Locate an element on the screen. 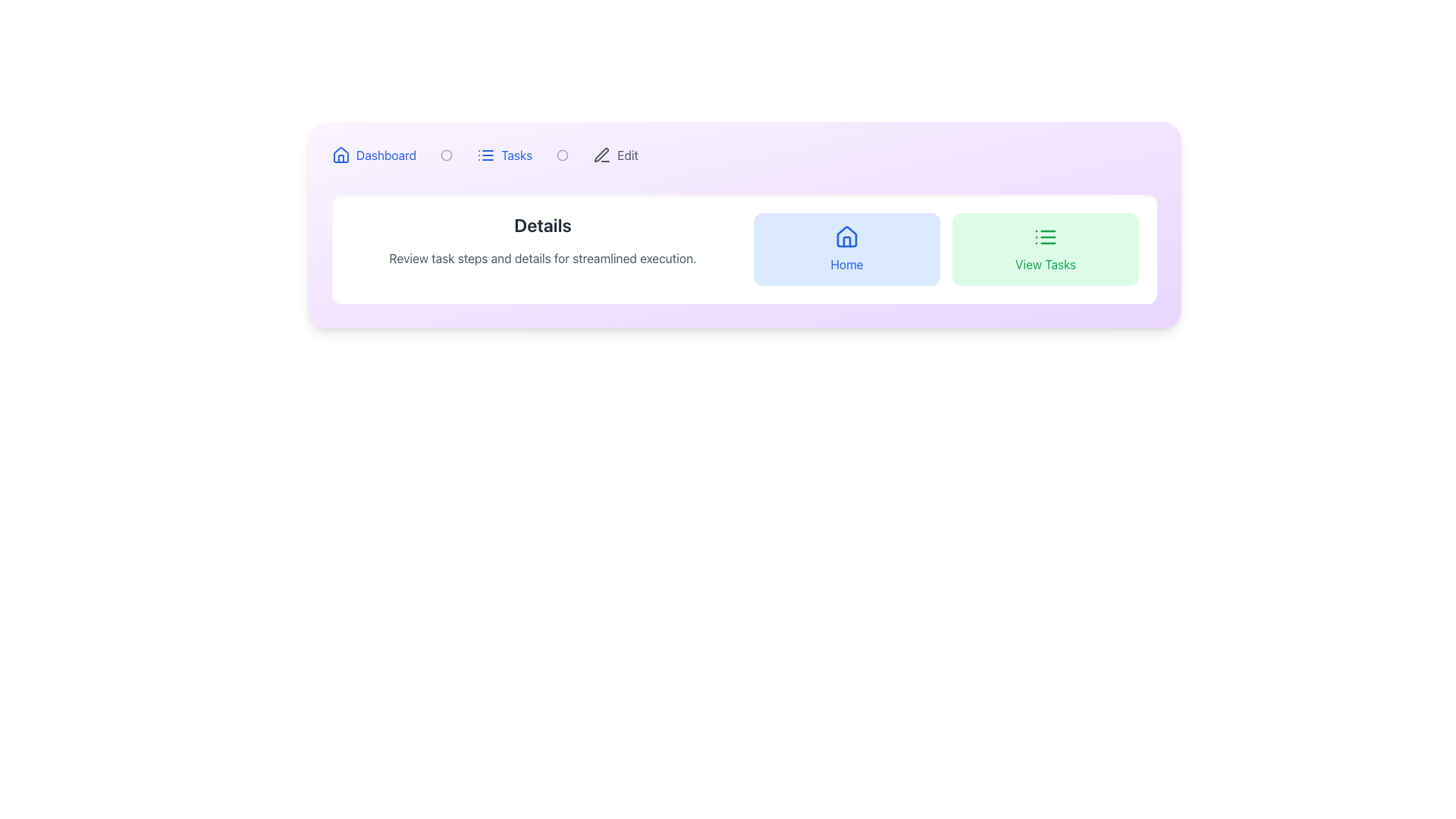  the Interactive Label with Icon located in the navigation bar between 'Dashboard' and 'Edit' is located at coordinates (504, 155).